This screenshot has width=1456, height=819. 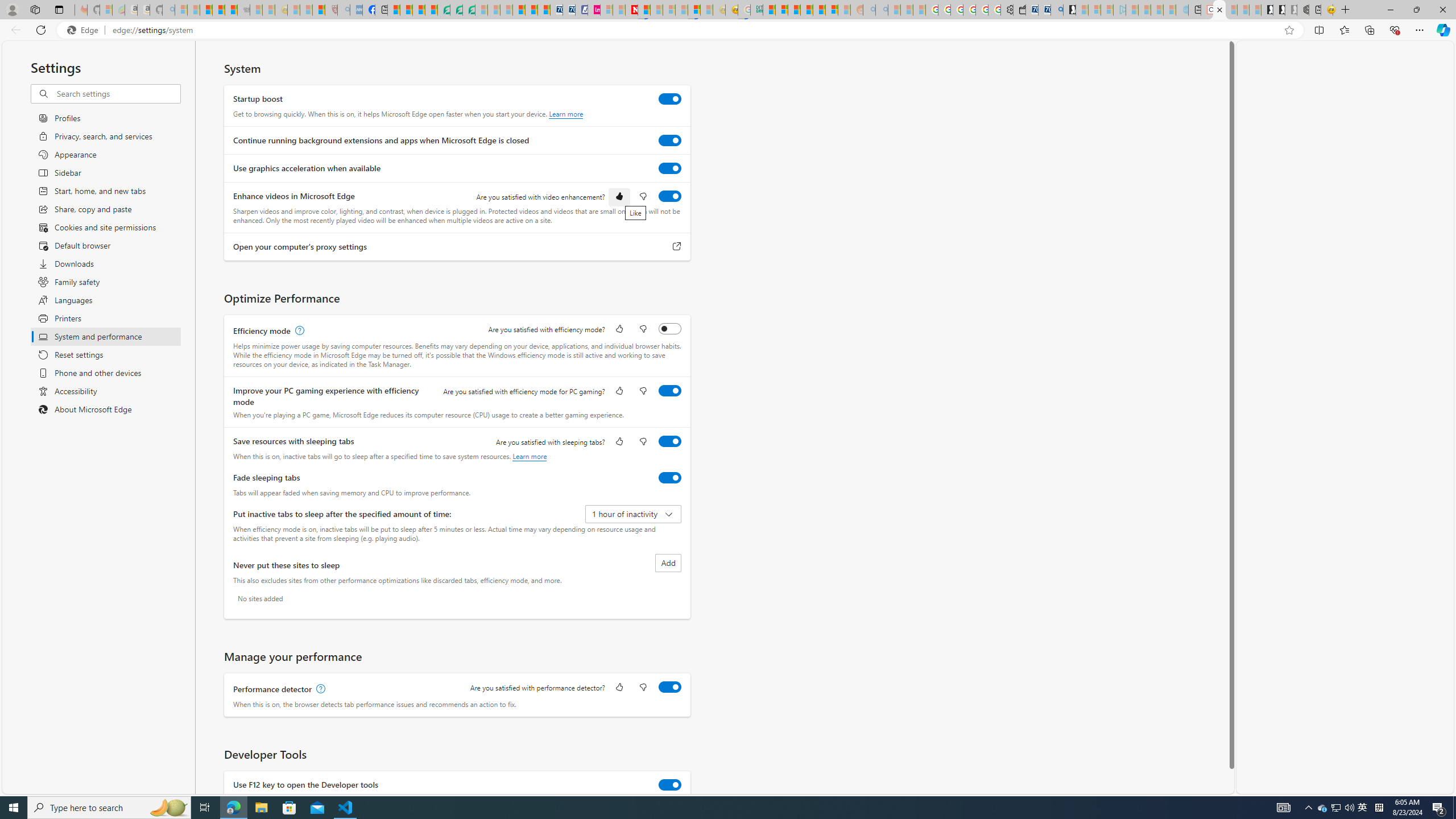 What do you see at coordinates (318, 688) in the screenshot?
I see `'Performance detector, learn more'` at bounding box center [318, 688].